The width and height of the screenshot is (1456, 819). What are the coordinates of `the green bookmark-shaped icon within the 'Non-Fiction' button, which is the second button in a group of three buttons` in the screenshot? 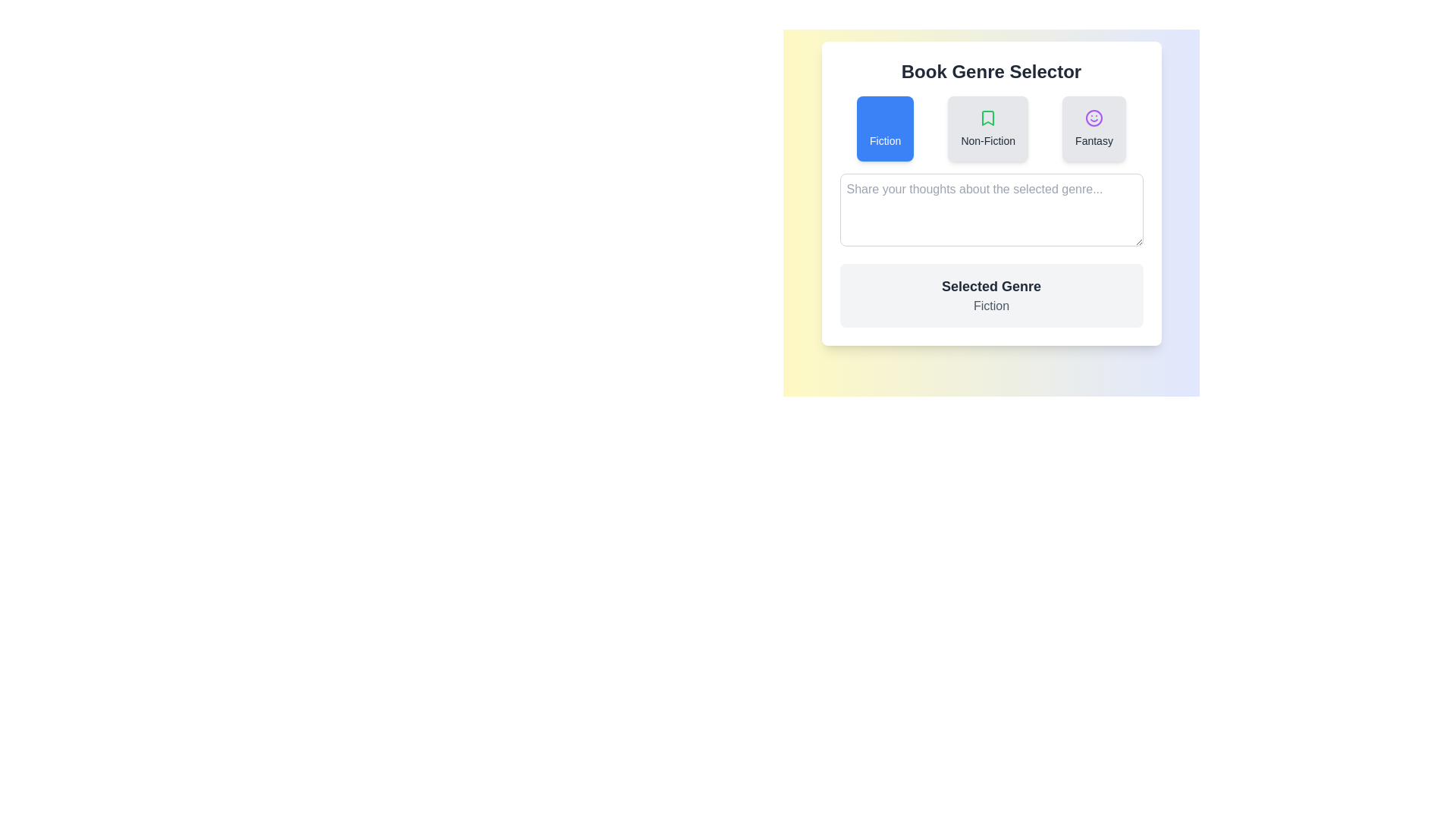 It's located at (988, 117).